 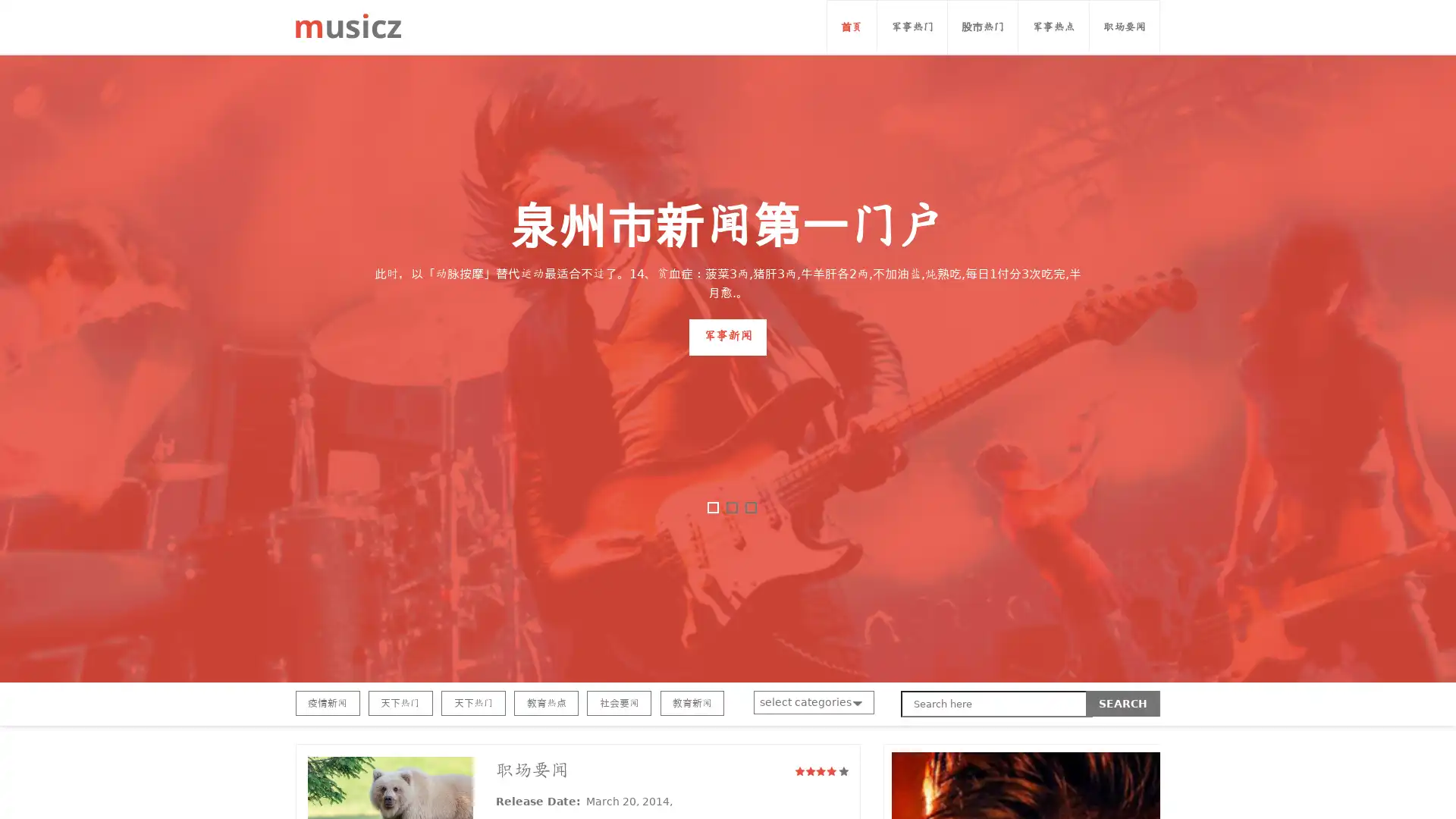 I want to click on search, so click(x=1123, y=704).